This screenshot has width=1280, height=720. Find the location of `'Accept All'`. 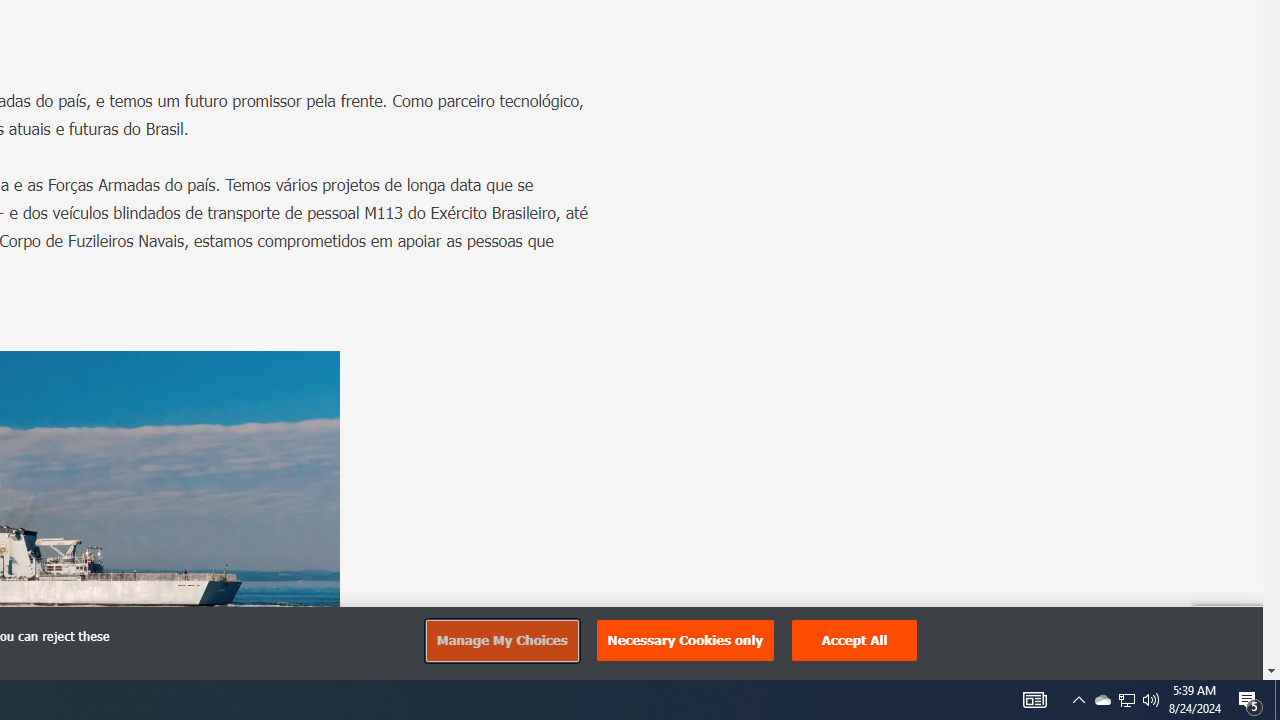

'Accept All' is located at coordinates (855, 640).